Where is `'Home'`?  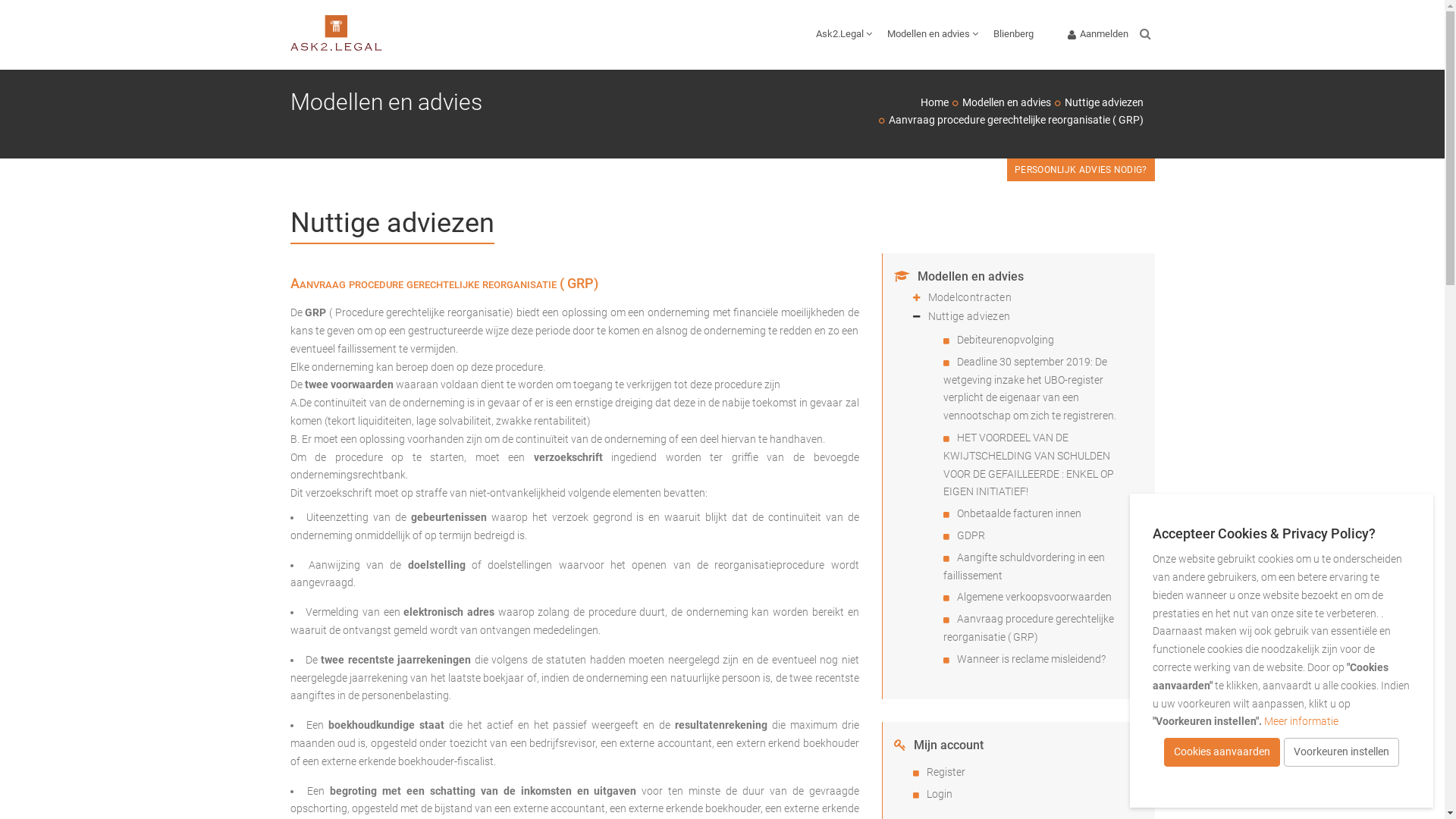 'Home' is located at coordinates (934, 102).